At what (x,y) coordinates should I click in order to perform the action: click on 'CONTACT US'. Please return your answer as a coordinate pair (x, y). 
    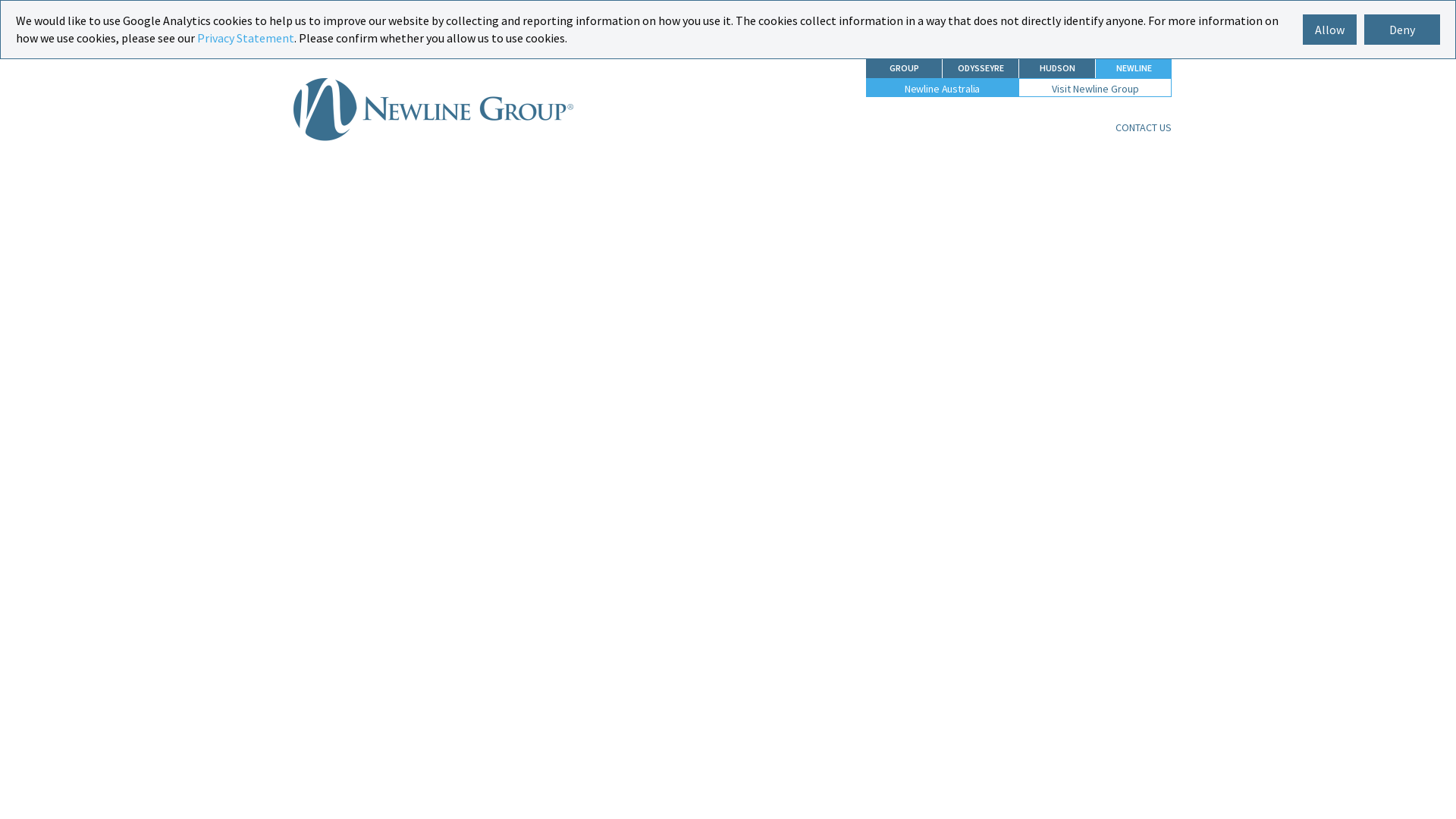
    Looking at the image, I should click on (1143, 127).